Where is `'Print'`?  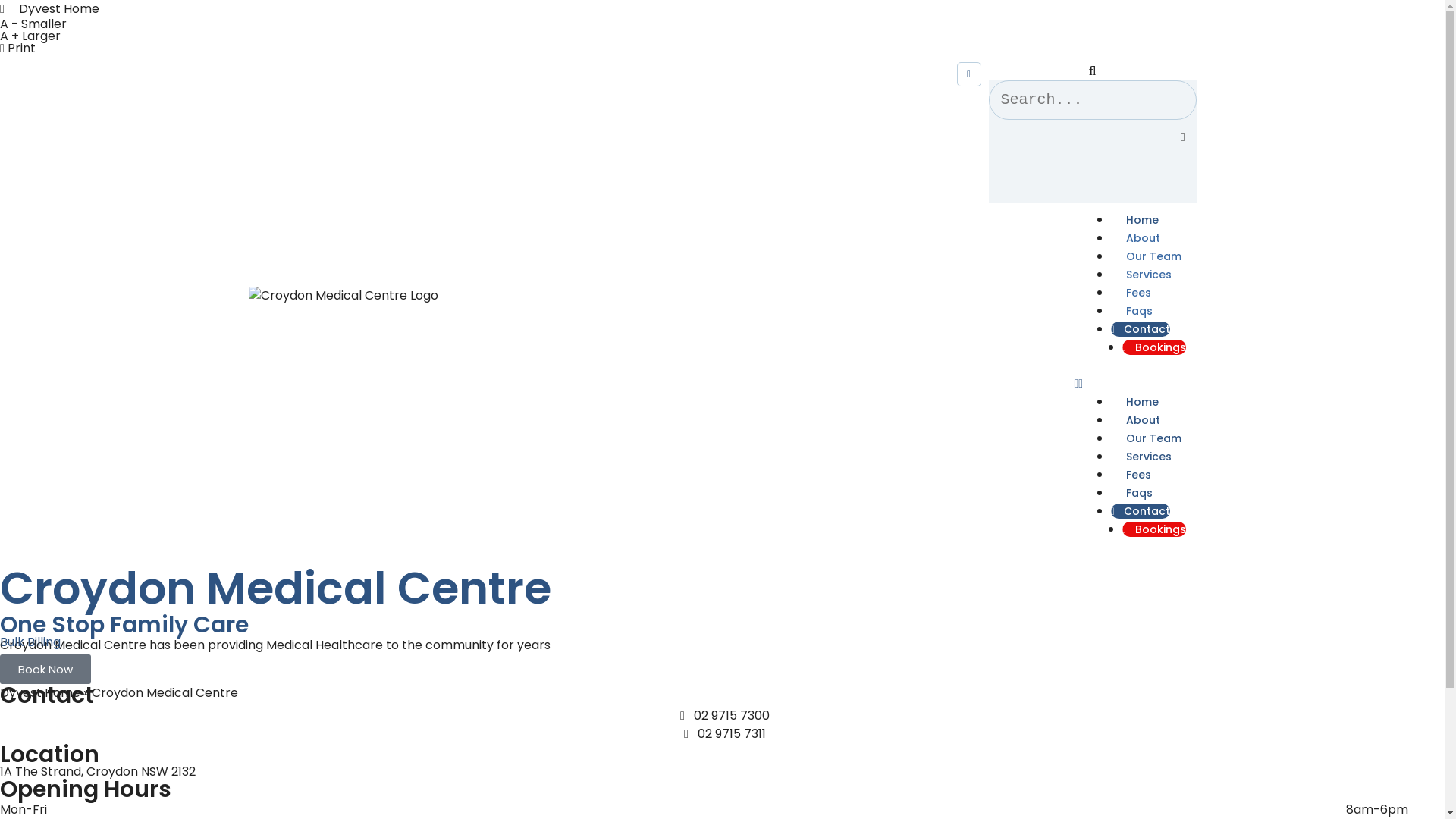
'Print' is located at coordinates (0, 47).